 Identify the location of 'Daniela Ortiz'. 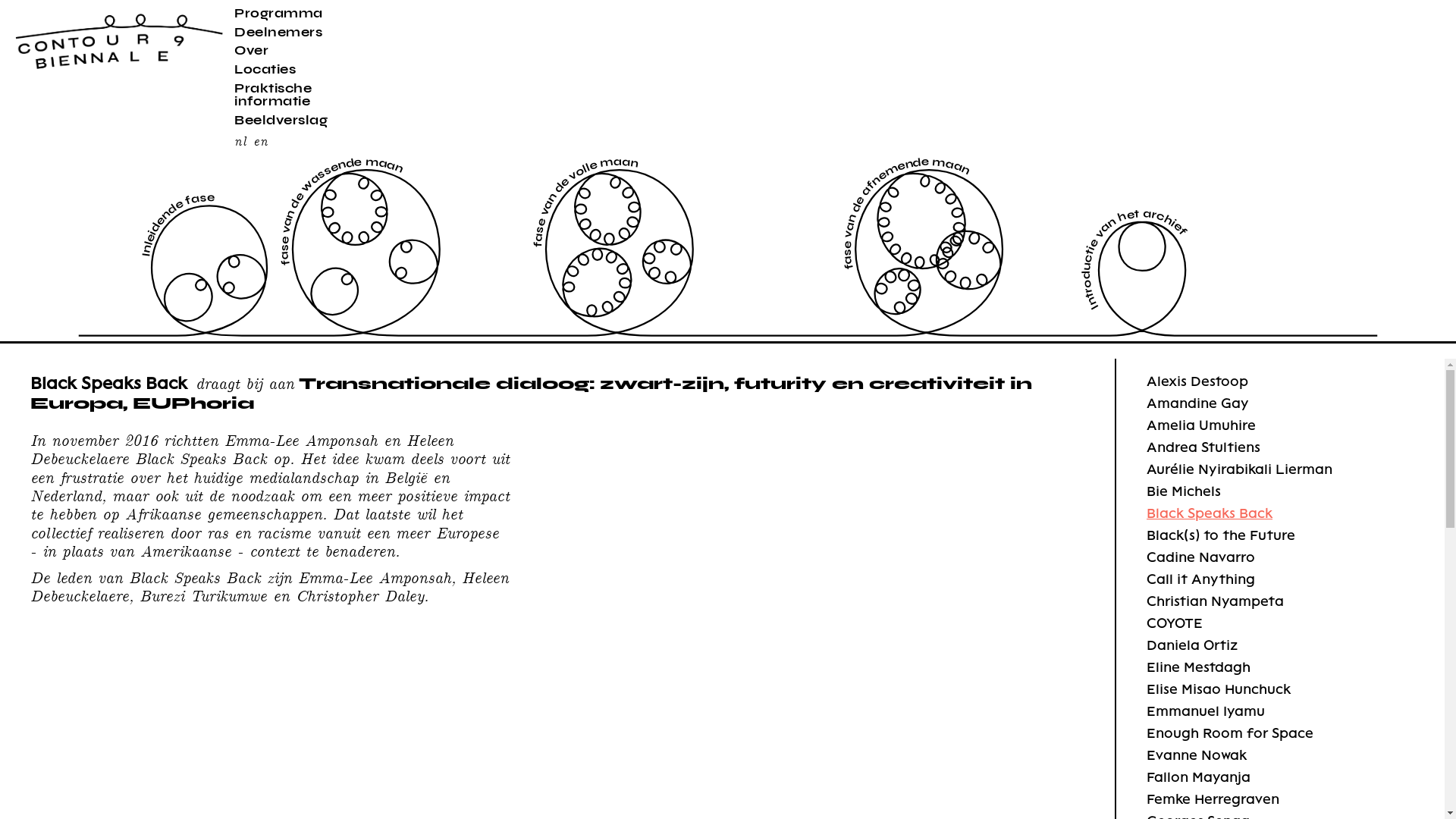
(1191, 645).